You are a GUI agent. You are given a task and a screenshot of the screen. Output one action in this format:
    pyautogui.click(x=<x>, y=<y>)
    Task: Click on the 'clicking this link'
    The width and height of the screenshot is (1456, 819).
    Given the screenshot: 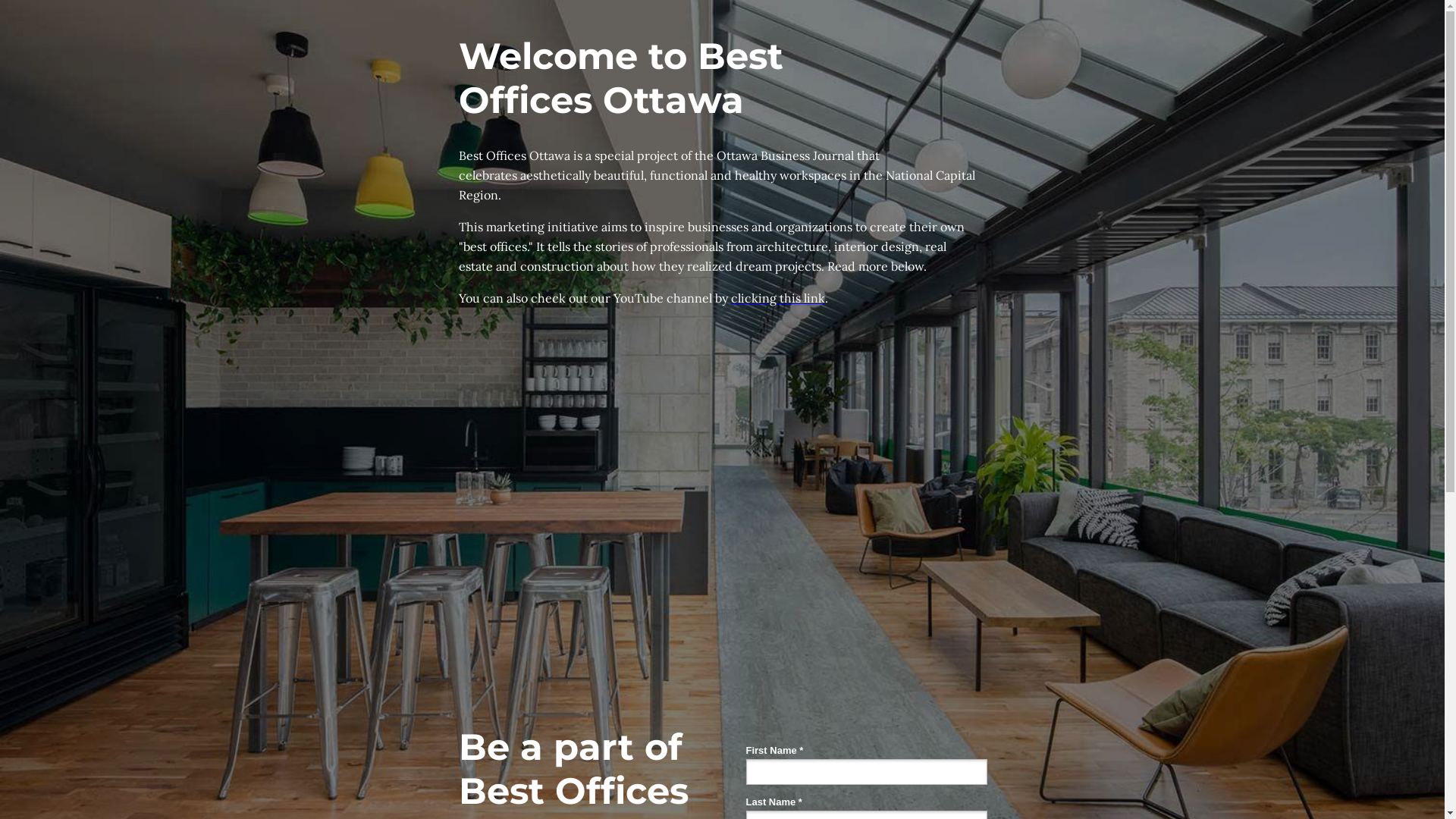 What is the action you would take?
    pyautogui.click(x=778, y=298)
    